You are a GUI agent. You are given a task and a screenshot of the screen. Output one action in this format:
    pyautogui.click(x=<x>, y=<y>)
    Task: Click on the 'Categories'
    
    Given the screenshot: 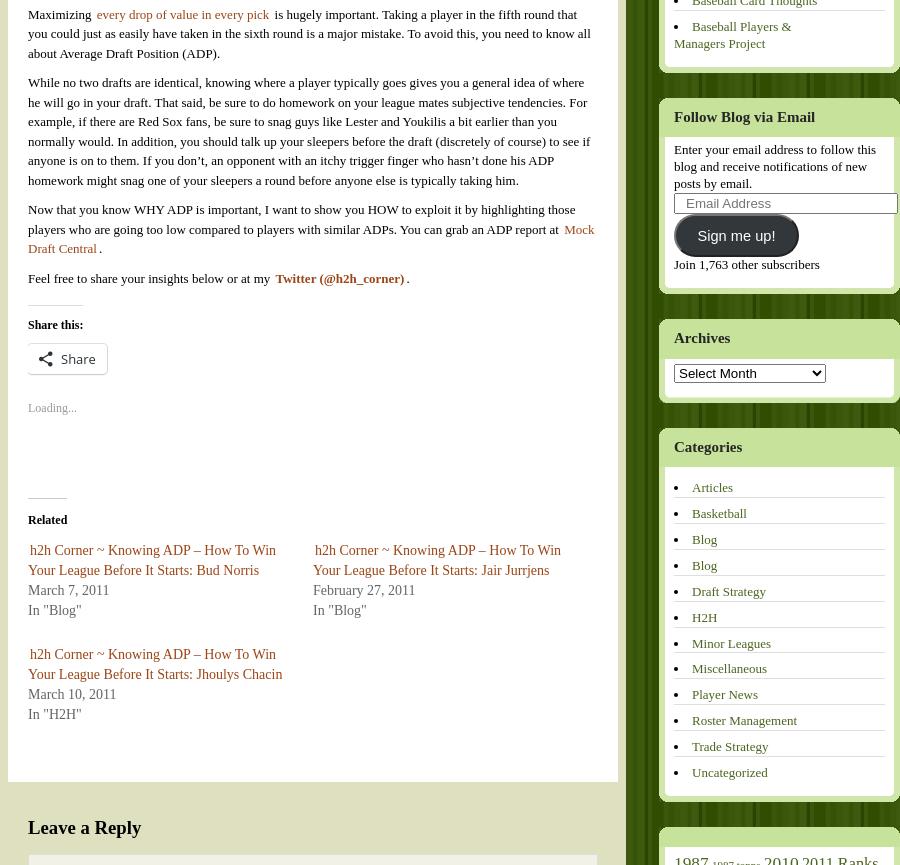 What is the action you would take?
    pyautogui.click(x=707, y=444)
    